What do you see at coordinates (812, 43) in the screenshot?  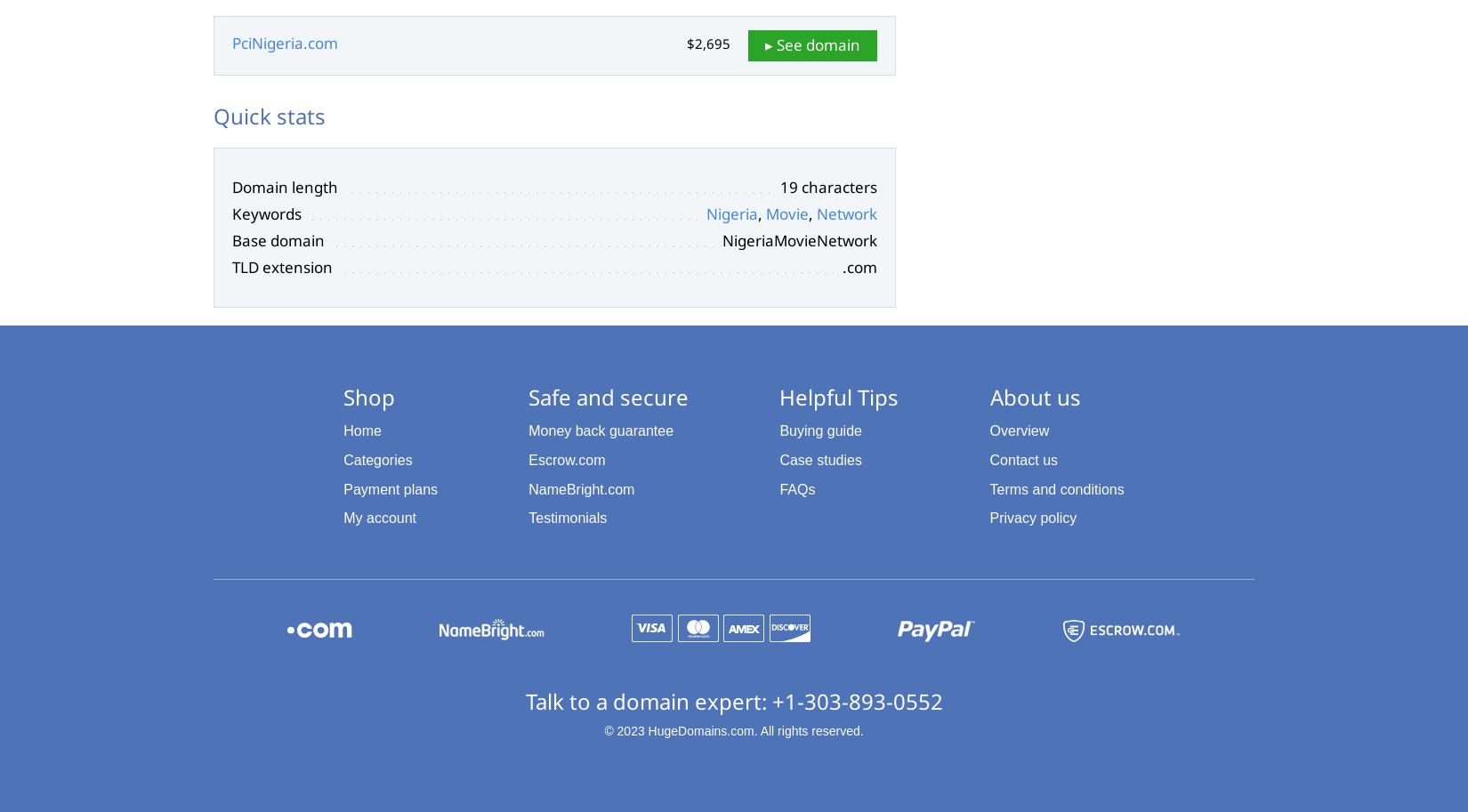 I see `'▸ See domain'` at bounding box center [812, 43].